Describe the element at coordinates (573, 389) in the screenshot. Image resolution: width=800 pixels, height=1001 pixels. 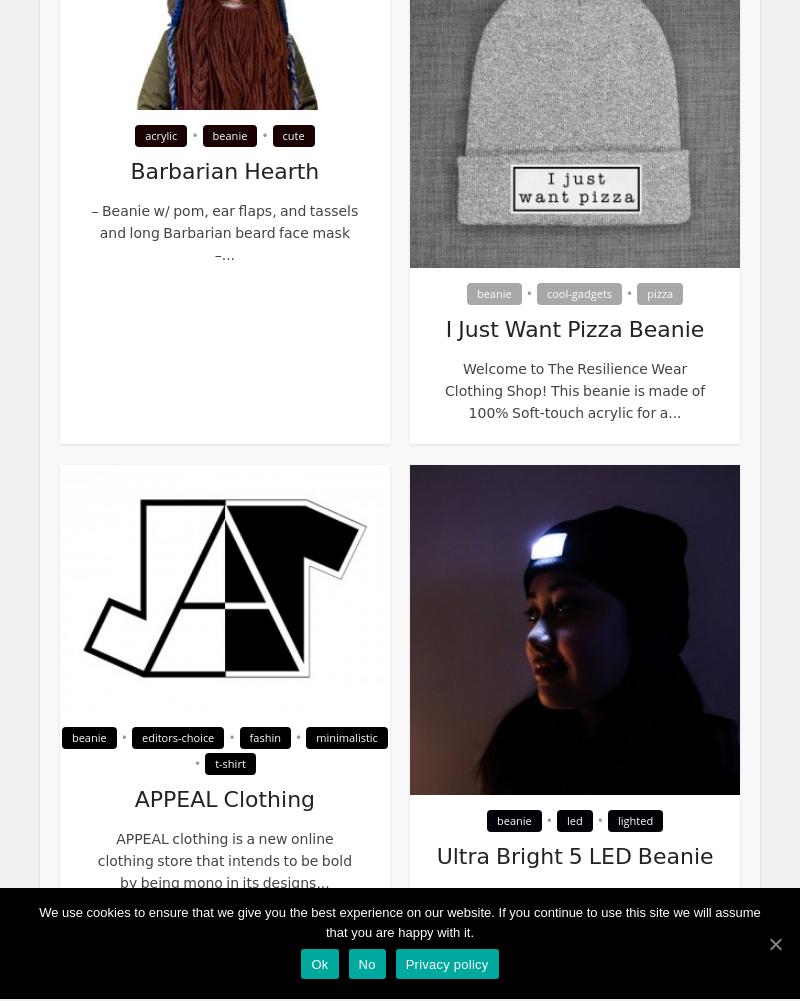
I see `'Welcome to The Resilience Wear Clothing Shop! This beanie is made of 100% Soft-touch acrylic for a...'` at that location.